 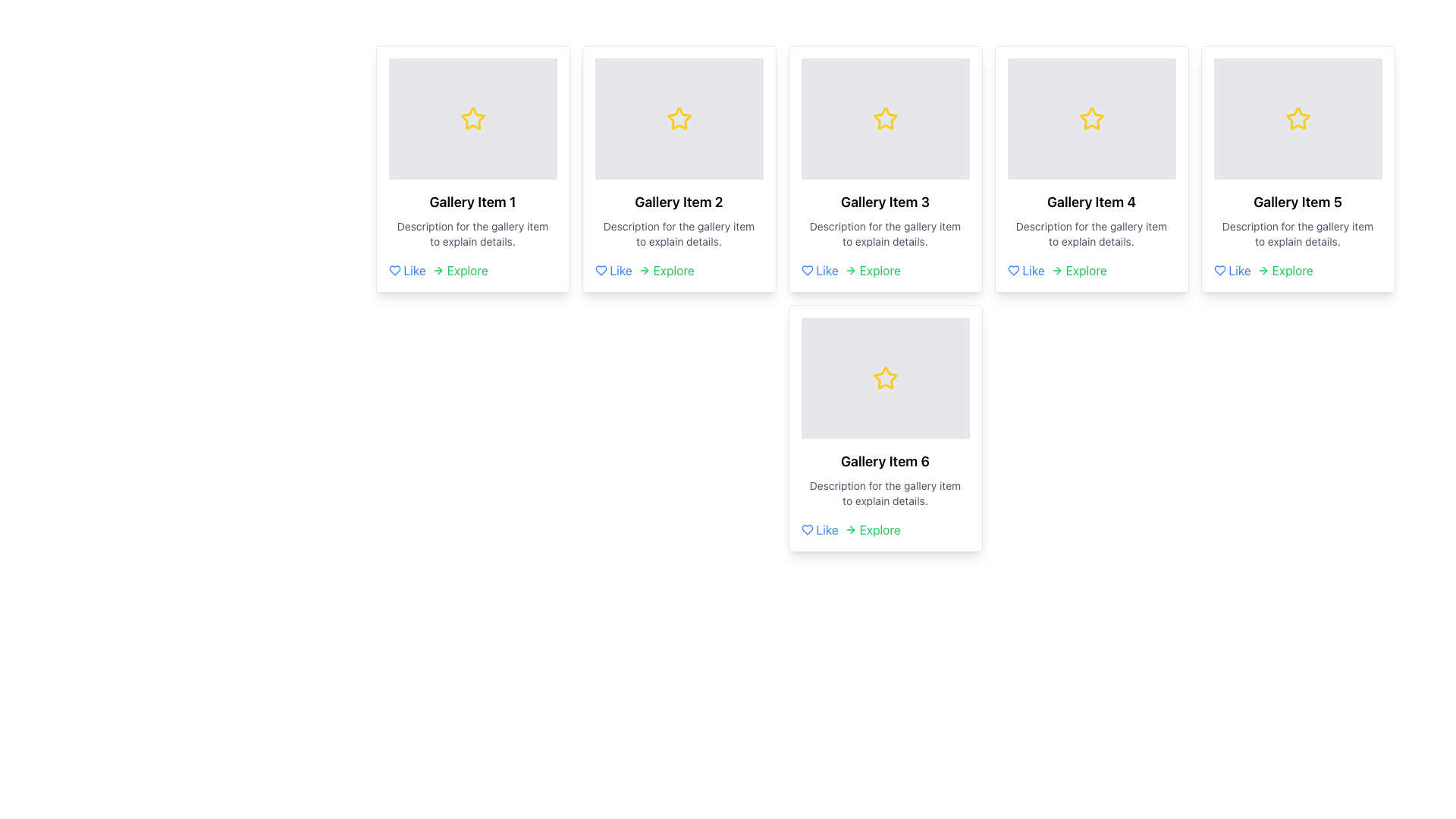 I want to click on the 'Explore' text link, which is part of the horizontal action options at the bottom right of the 'Gallery Item 2' card, so click(x=678, y=270).